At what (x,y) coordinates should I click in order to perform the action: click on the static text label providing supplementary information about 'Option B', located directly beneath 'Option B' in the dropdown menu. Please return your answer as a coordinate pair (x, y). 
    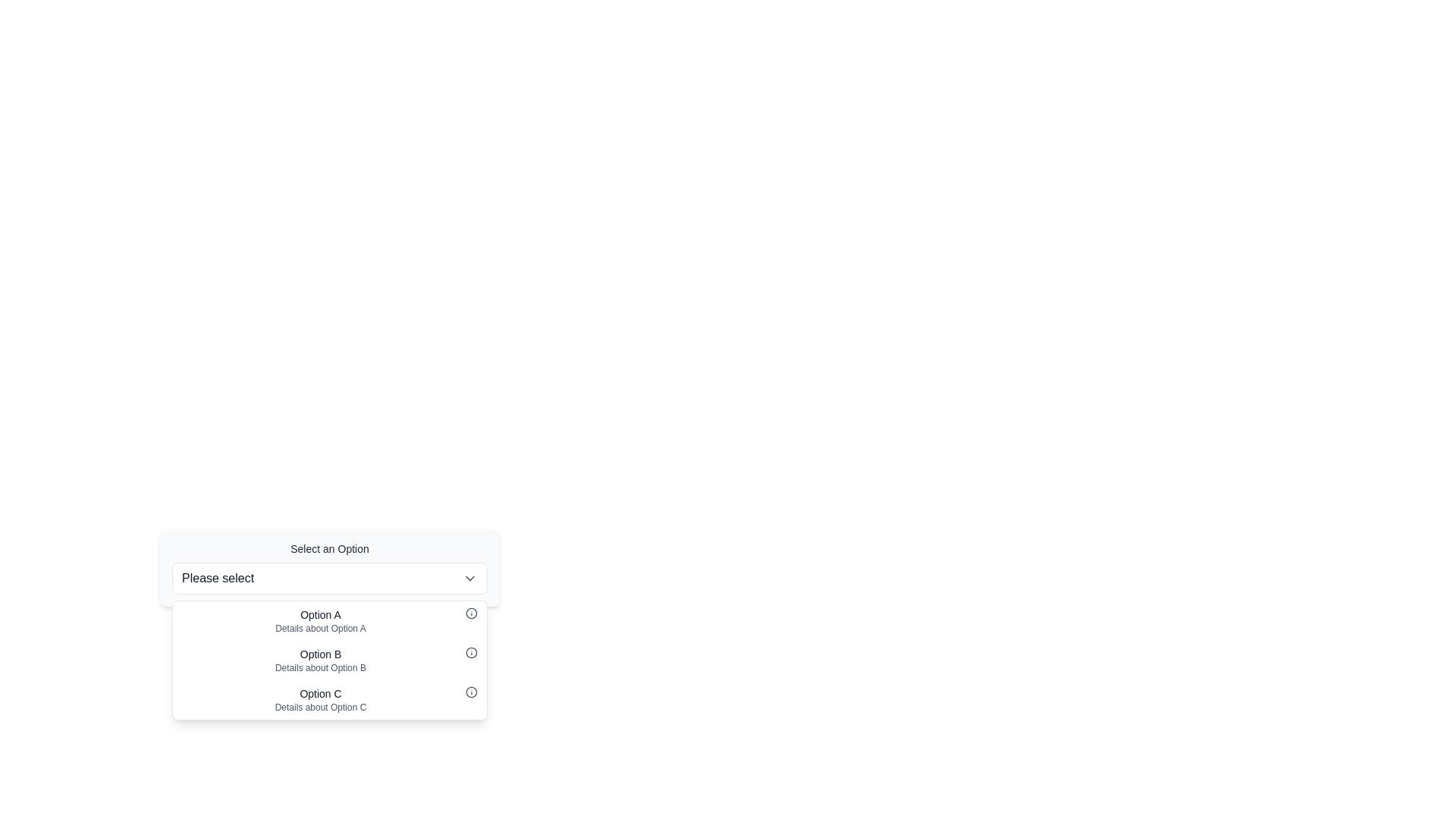
    Looking at the image, I should click on (319, 667).